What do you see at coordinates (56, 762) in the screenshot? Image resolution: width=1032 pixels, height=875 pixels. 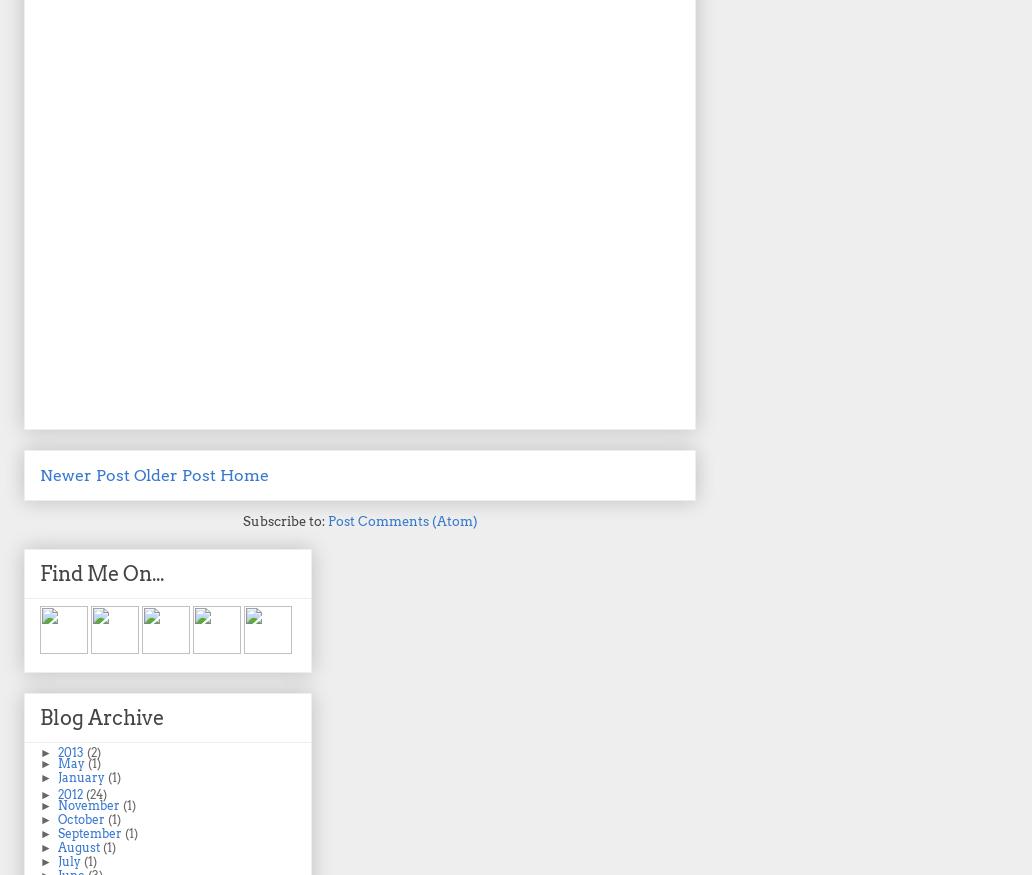 I see `'May'` at bounding box center [56, 762].